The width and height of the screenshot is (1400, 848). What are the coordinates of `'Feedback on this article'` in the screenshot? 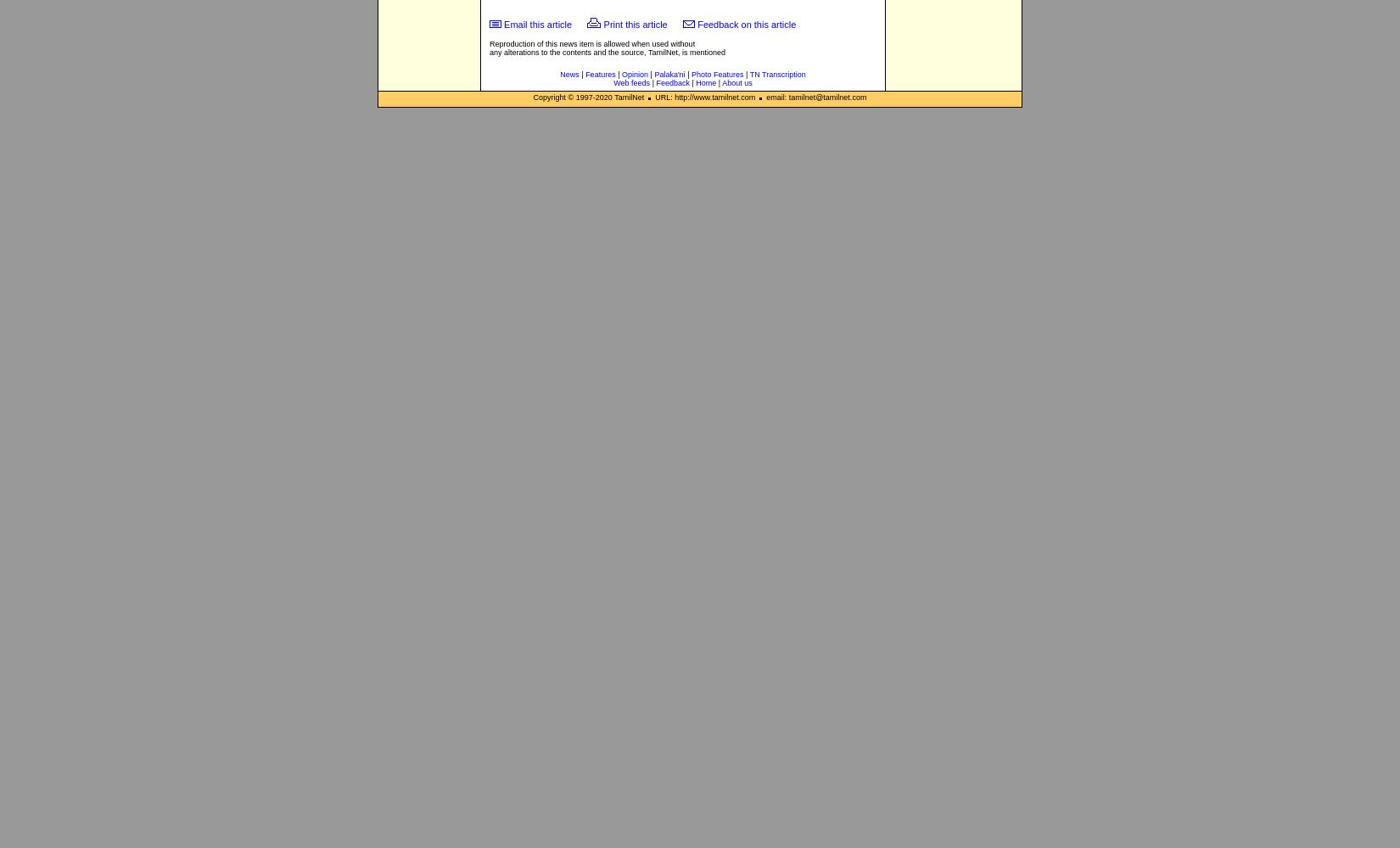 It's located at (697, 25).